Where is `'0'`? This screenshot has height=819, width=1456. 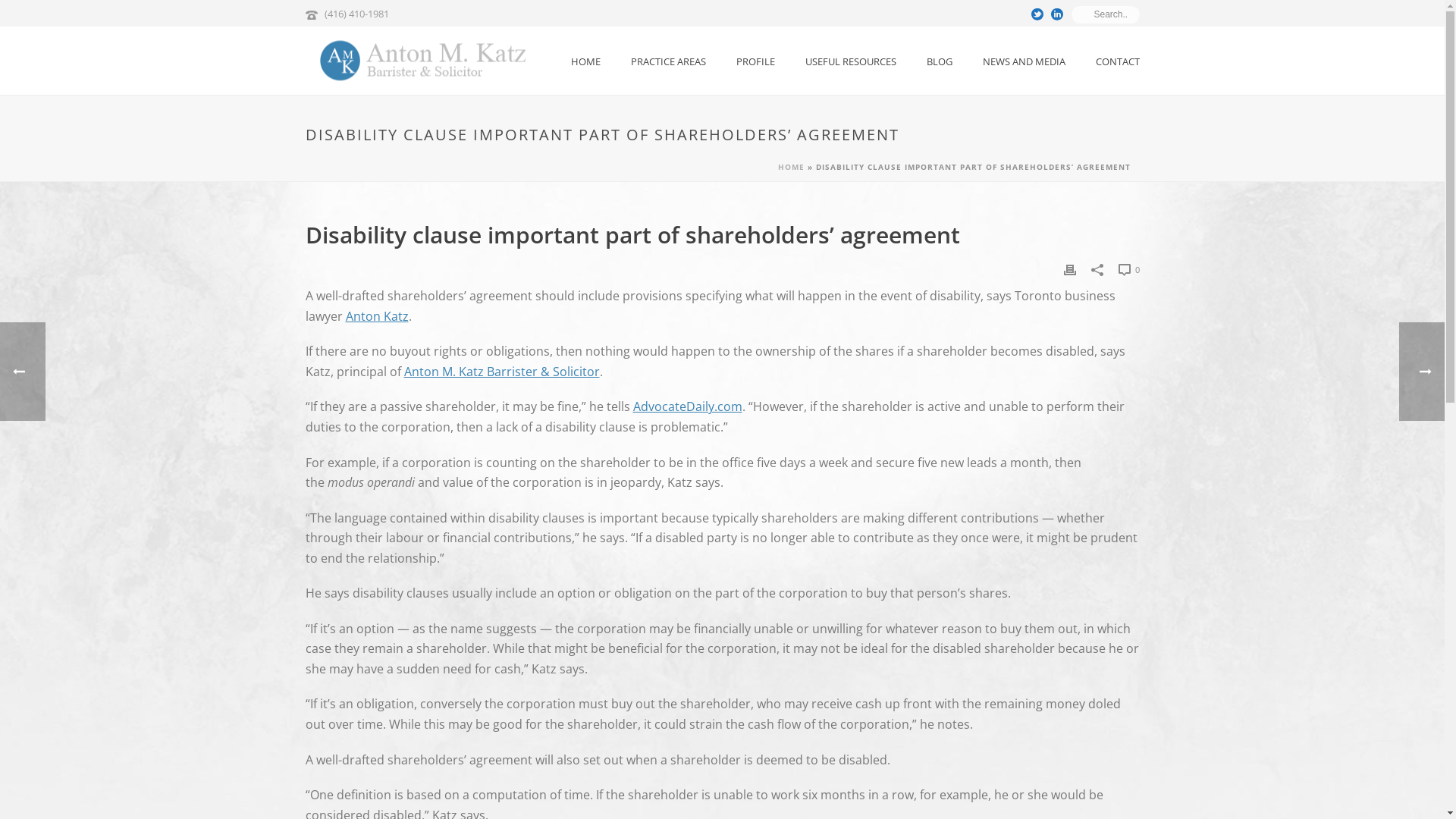 '0' is located at coordinates (1128, 268).